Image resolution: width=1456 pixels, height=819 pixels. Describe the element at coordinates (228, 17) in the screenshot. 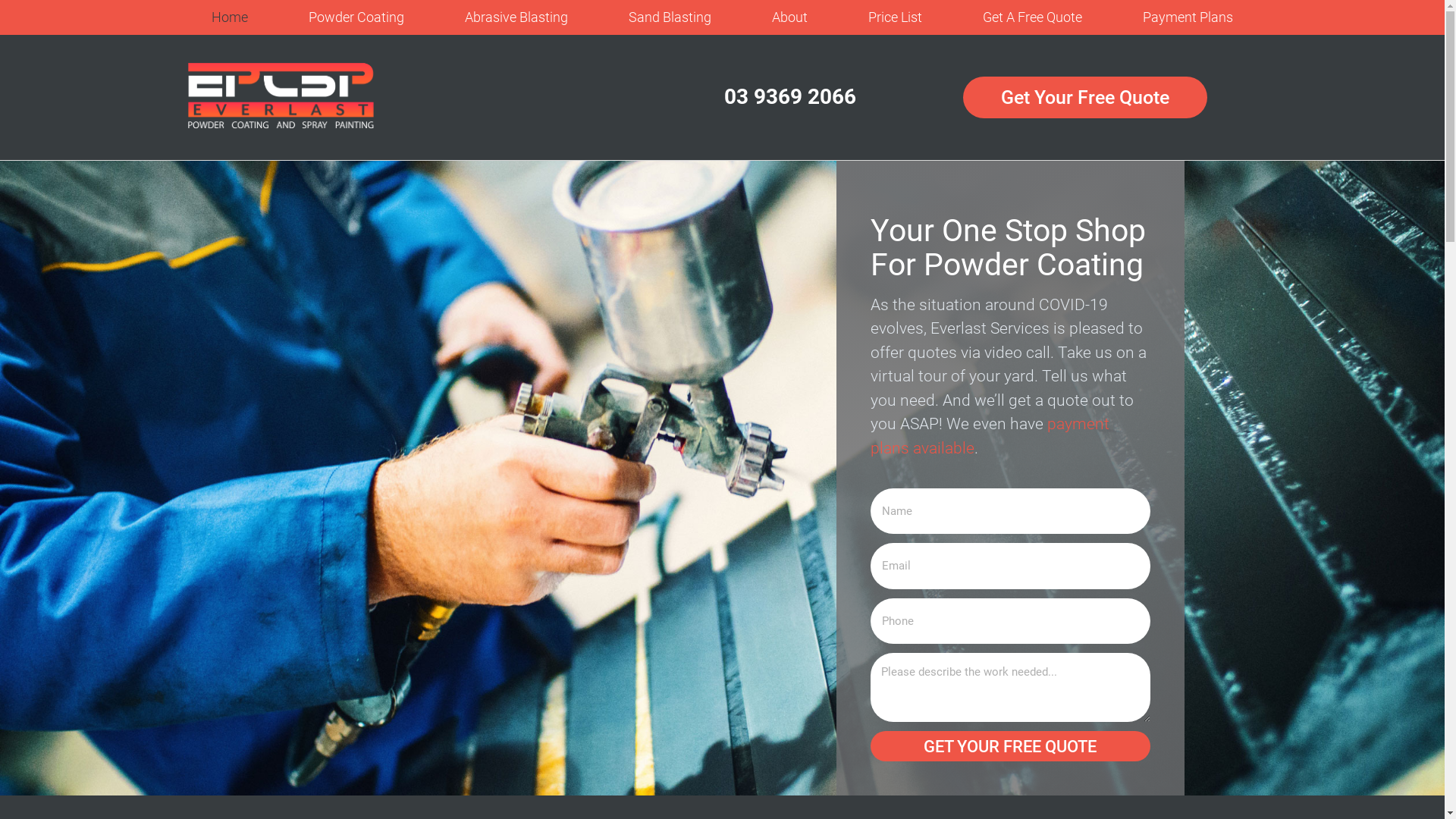

I see `'Home'` at that location.